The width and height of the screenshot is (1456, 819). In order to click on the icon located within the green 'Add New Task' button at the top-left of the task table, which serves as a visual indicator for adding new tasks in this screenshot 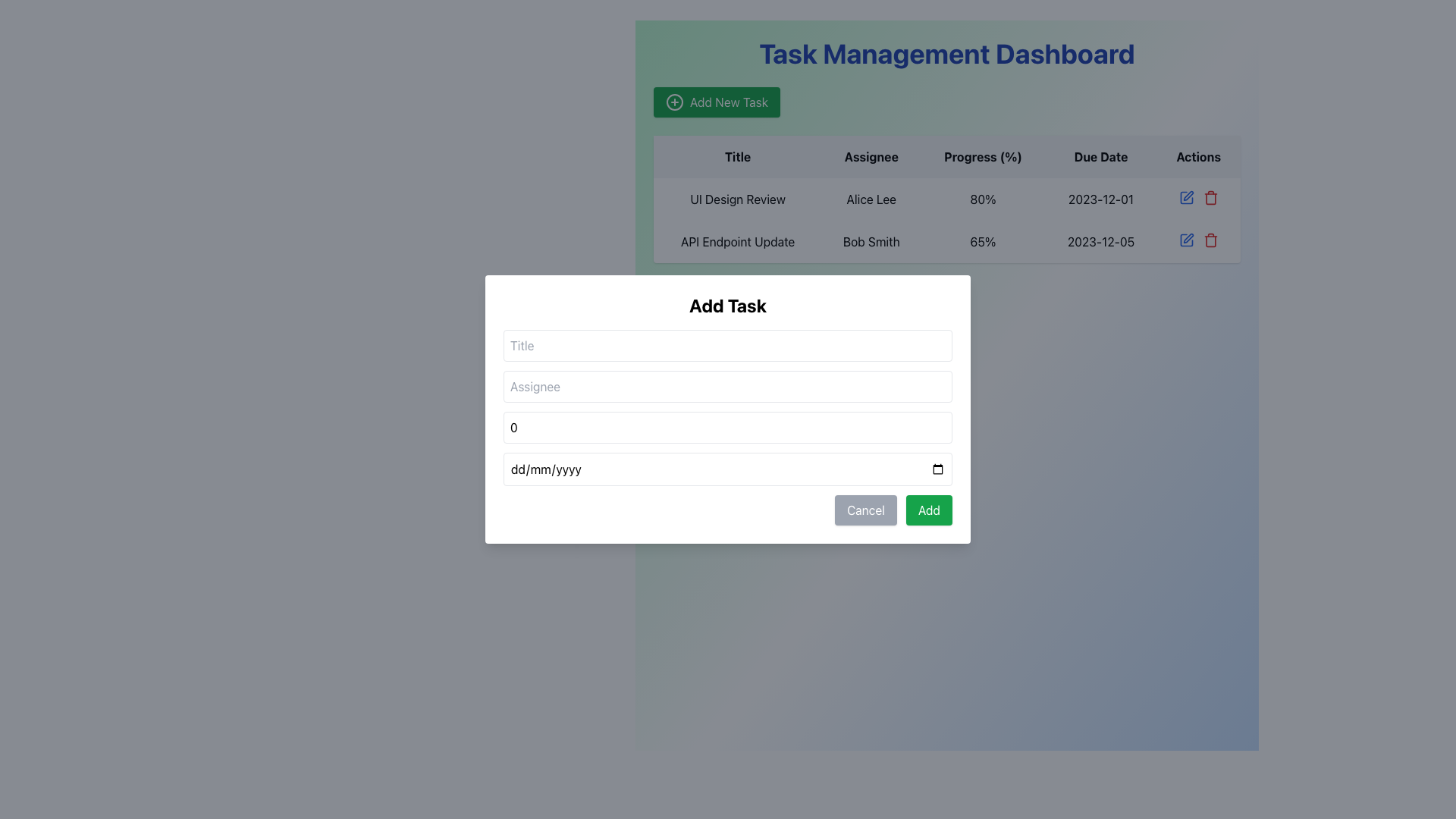, I will do `click(673, 102)`.